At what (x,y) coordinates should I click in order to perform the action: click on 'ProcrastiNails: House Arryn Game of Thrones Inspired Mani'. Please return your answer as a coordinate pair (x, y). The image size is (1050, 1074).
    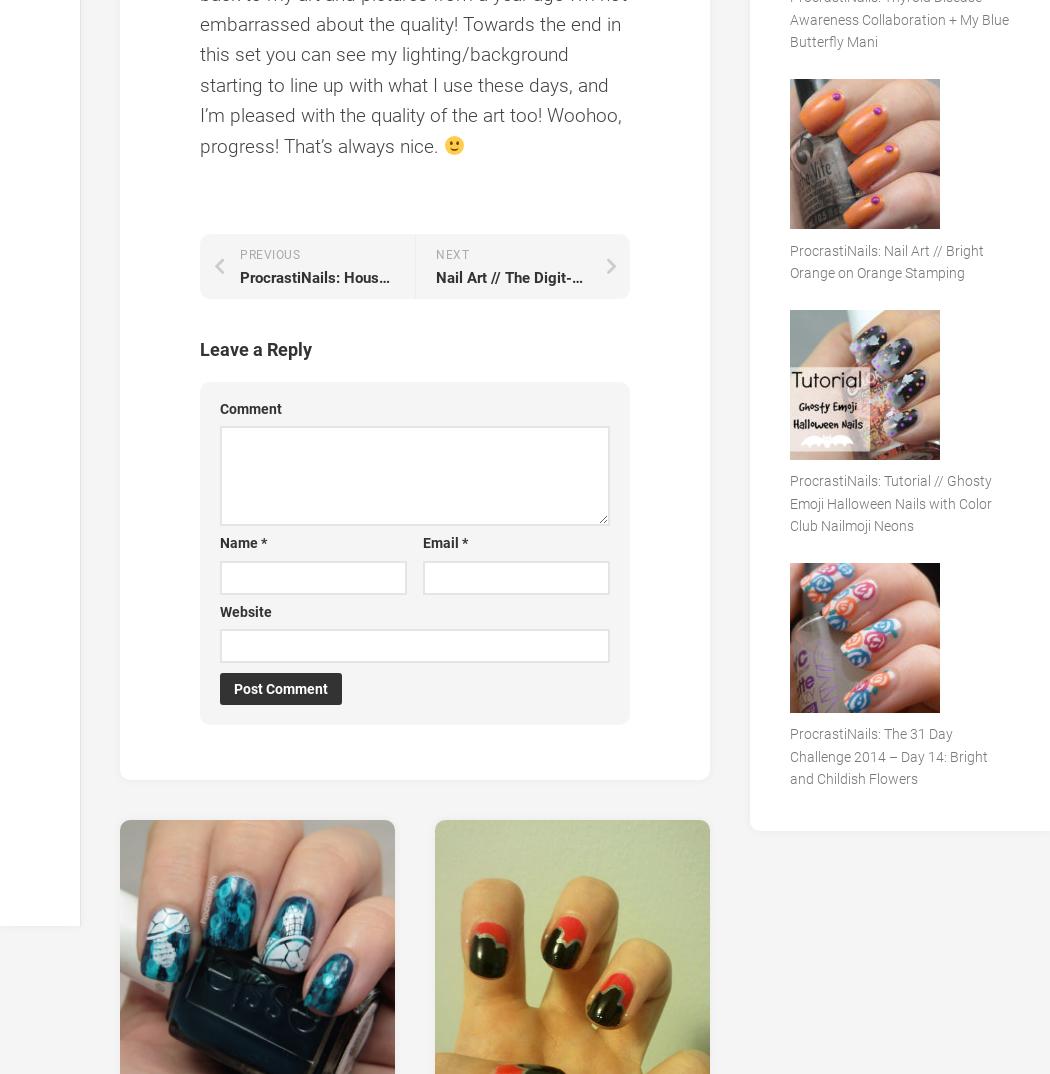
    Looking at the image, I should click on (438, 276).